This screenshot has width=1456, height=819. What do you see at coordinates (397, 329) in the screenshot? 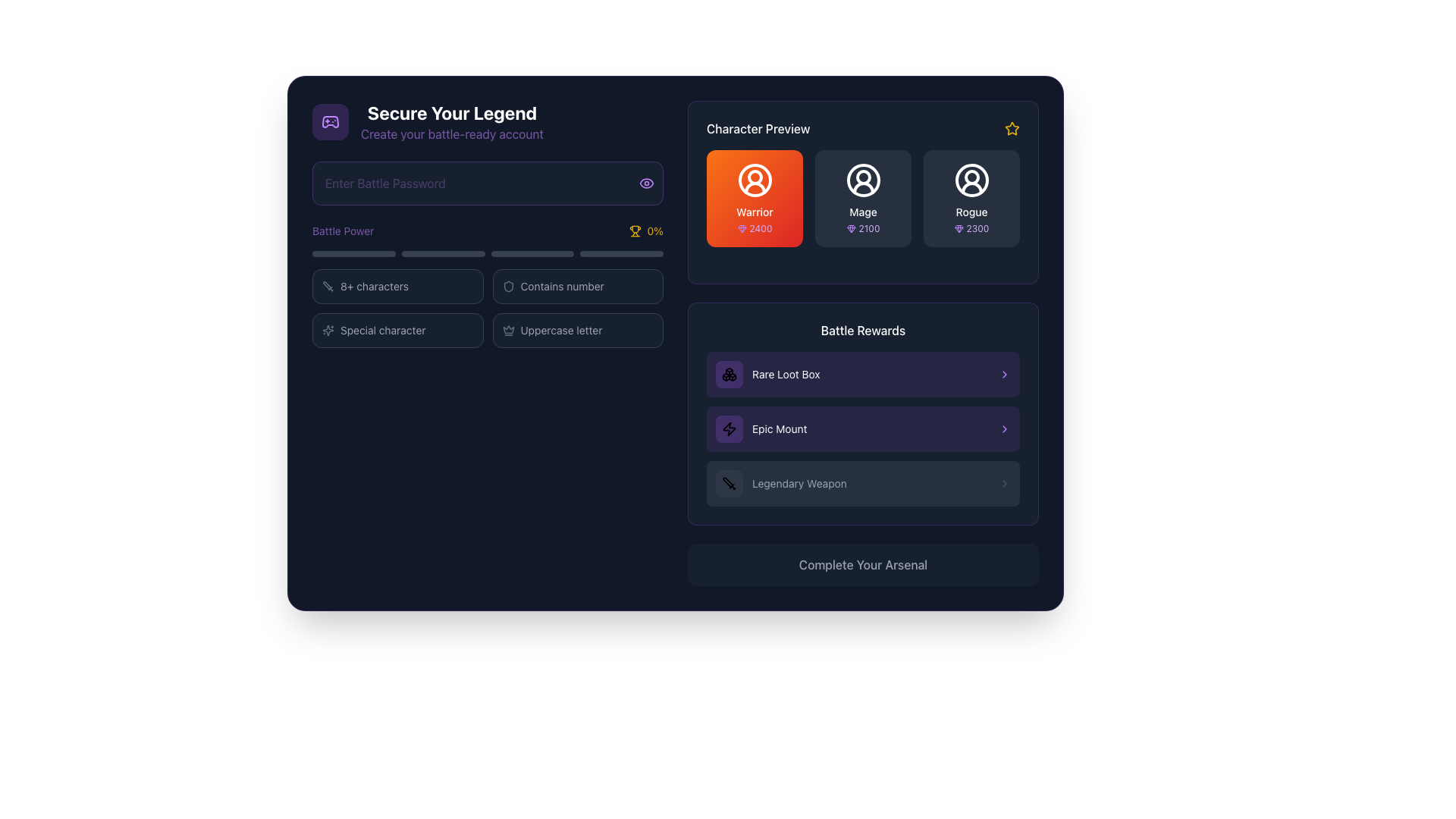
I see `the Text Label with Icon that contains the label 'Special character' and is positioned below 'Battle Power' and to the left of 'Uppercase letter'` at bounding box center [397, 329].